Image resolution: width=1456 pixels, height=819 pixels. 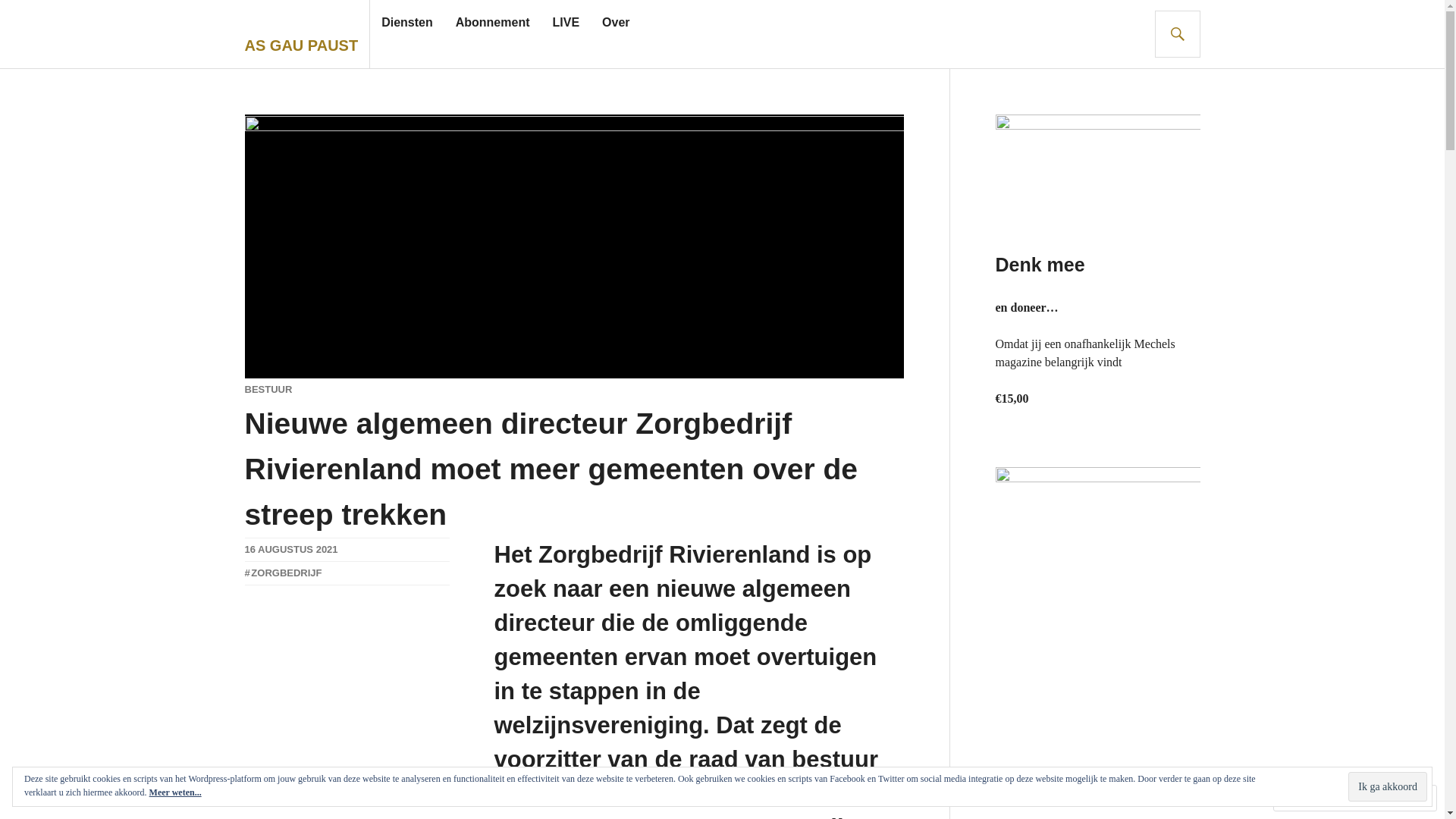 What do you see at coordinates (255, 573) in the screenshot?
I see `'AGP'` at bounding box center [255, 573].